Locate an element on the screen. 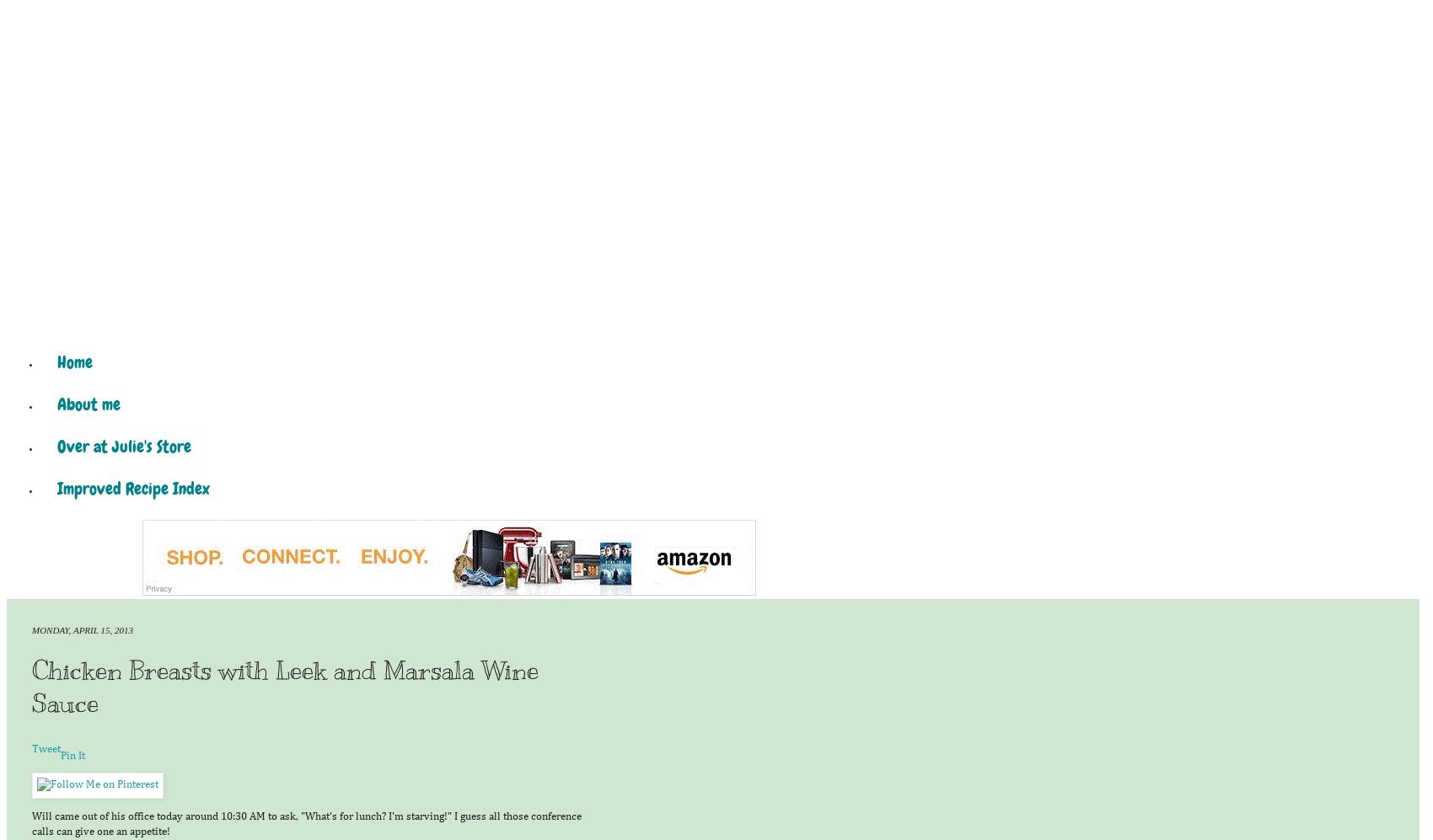 The width and height of the screenshot is (1433, 840). 'Home' is located at coordinates (75, 361).